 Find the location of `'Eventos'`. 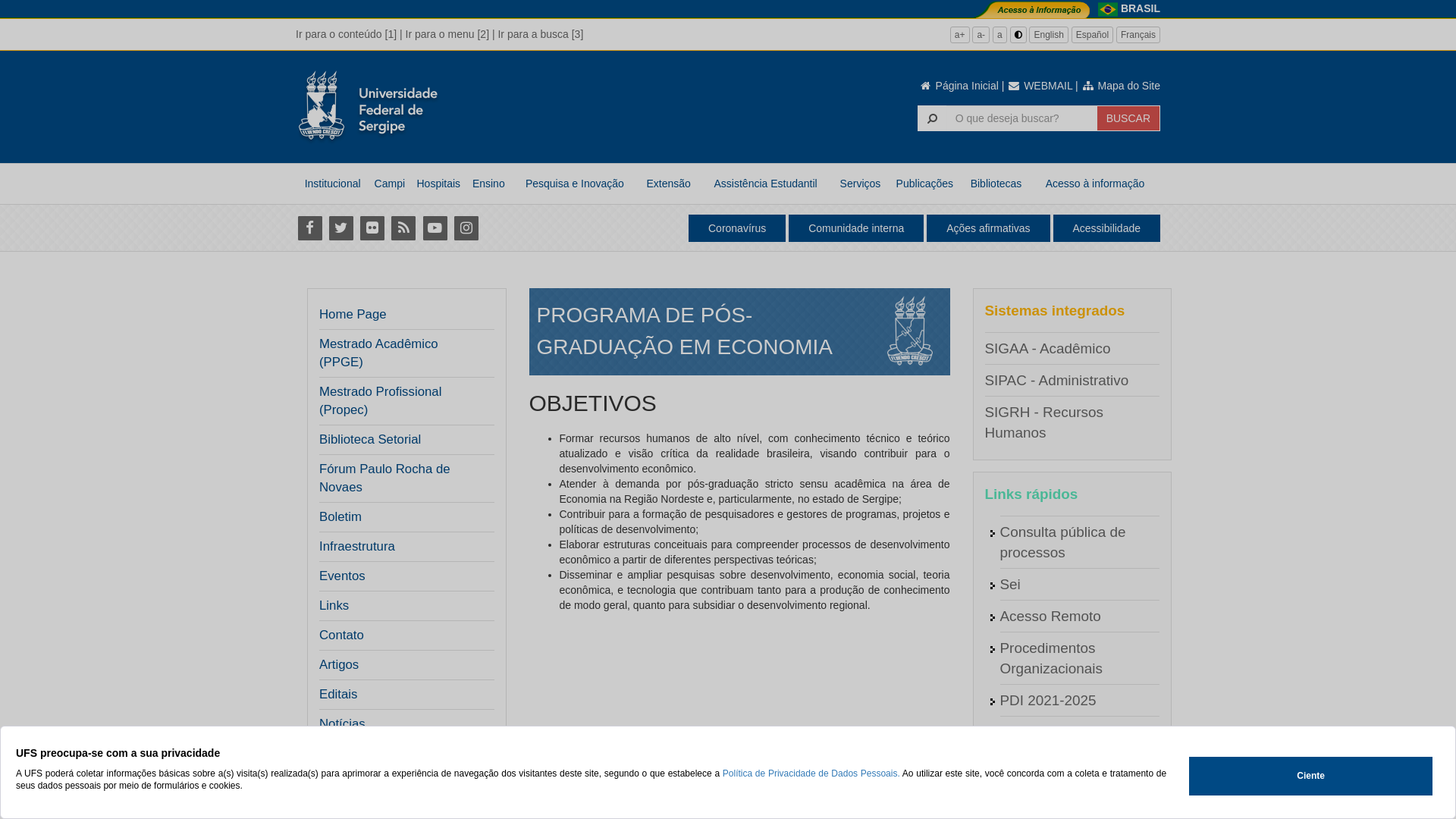

'Eventos' is located at coordinates (341, 576).